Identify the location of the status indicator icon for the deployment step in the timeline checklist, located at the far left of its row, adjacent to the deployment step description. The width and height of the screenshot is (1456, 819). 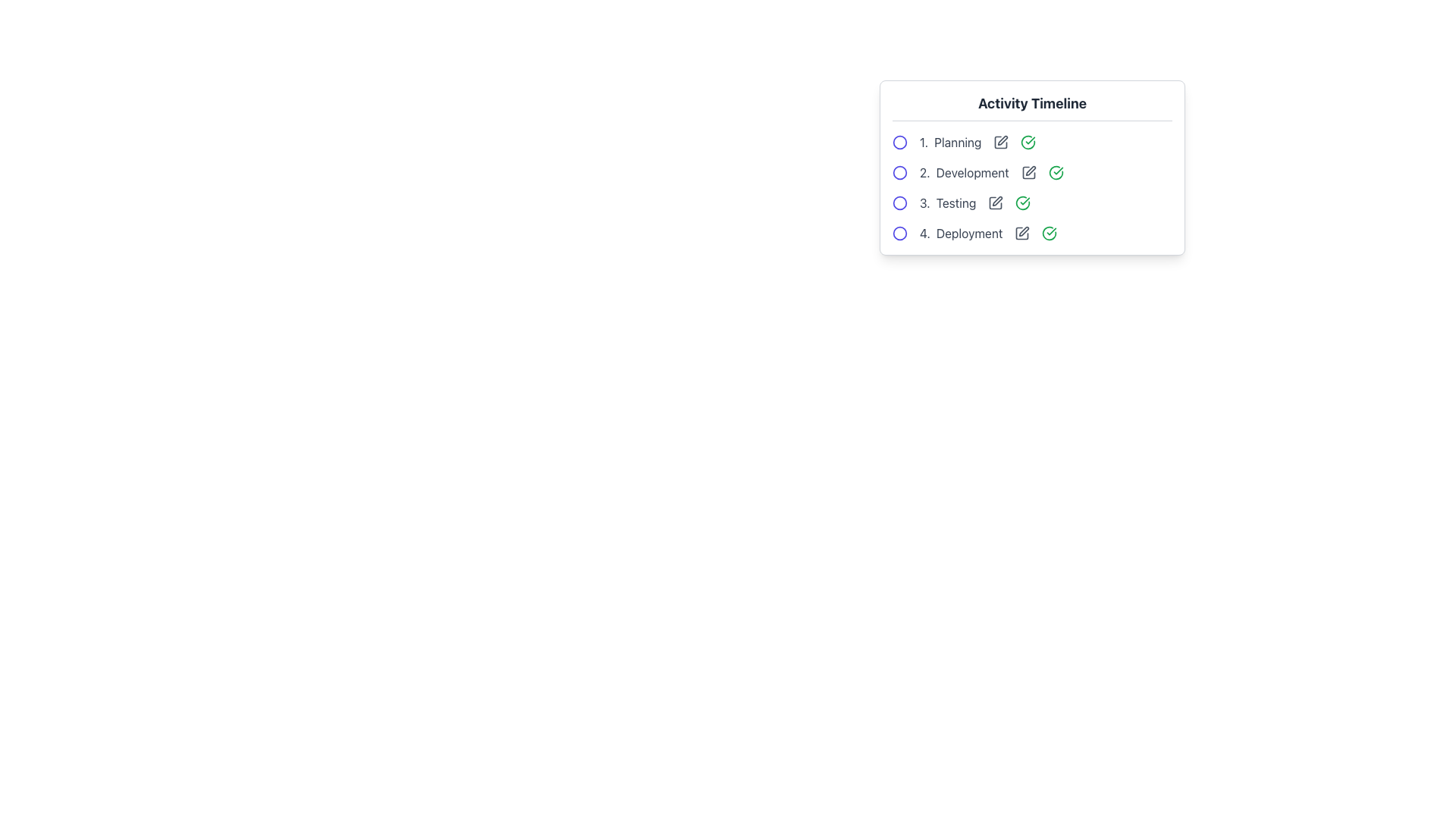
(899, 234).